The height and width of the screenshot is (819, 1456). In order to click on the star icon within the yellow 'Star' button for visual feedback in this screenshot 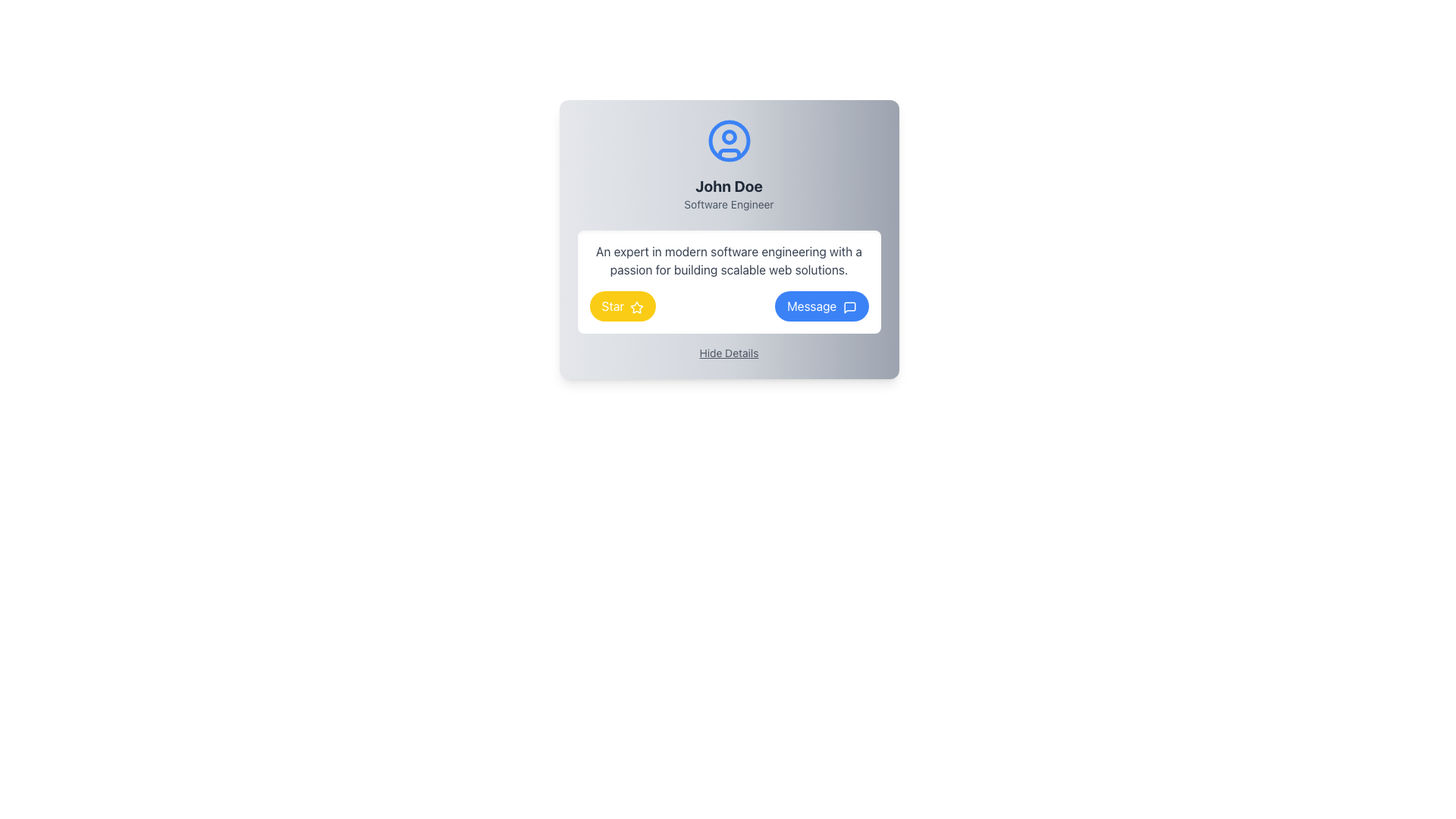, I will do `click(637, 307)`.